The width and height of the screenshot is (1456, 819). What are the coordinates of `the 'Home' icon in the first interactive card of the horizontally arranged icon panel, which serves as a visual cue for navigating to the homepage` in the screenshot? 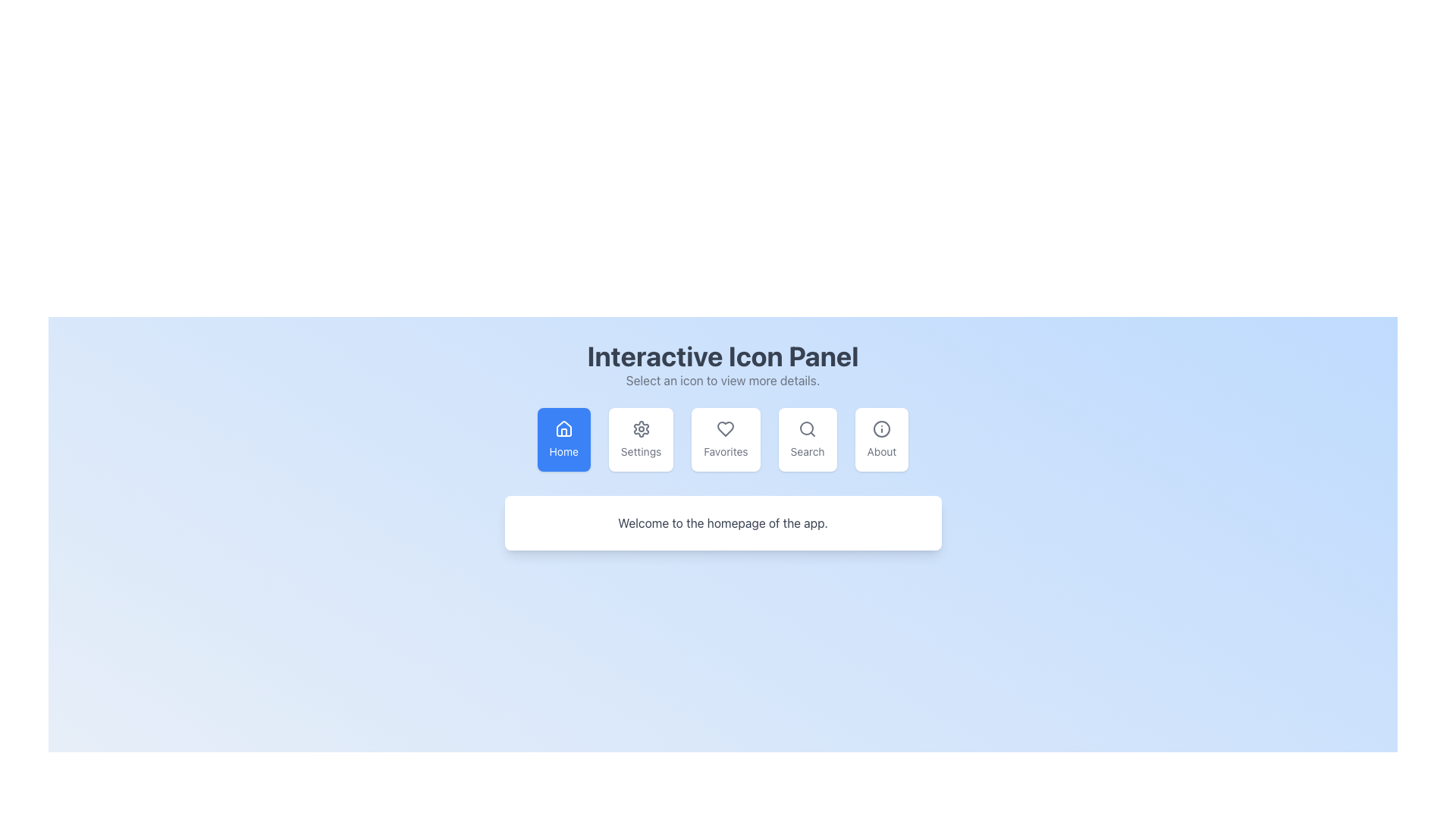 It's located at (563, 429).